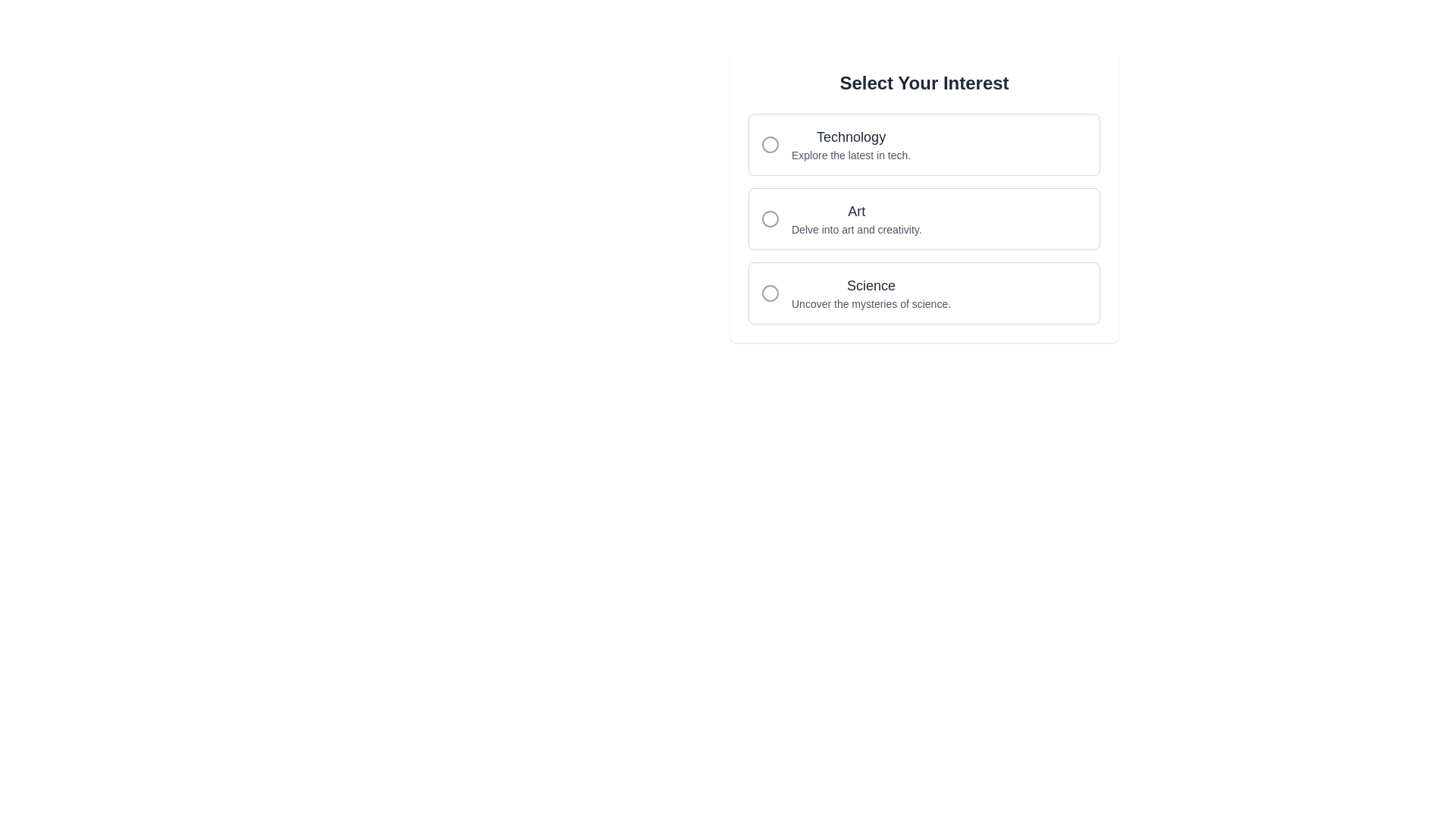 This screenshot has height=819, width=1456. I want to click on the second radio option in the 'Select Your Interest' group, which represents the topic 'Art', so click(924, 219).